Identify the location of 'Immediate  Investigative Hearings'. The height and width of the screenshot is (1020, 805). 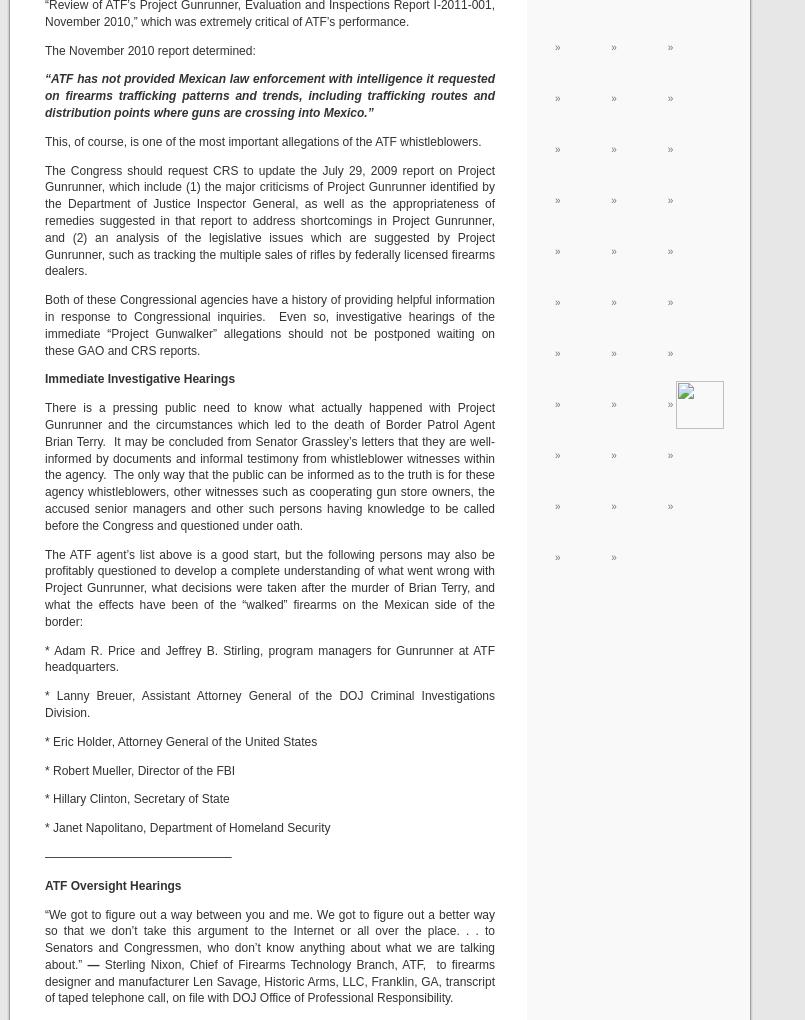
(139, 378).